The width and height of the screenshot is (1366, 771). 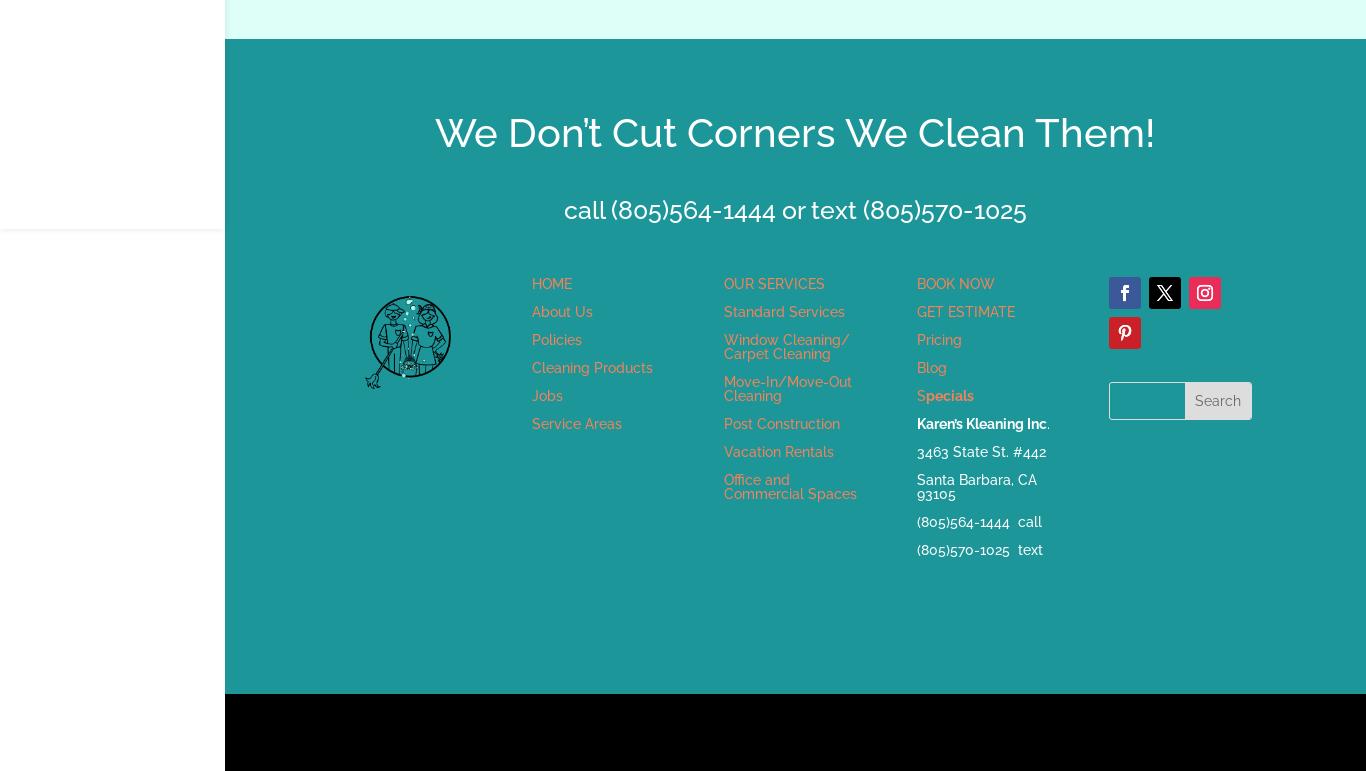 I want to click on 'Move-In/Move-Out Cleaning', so click(x=788, y=386).